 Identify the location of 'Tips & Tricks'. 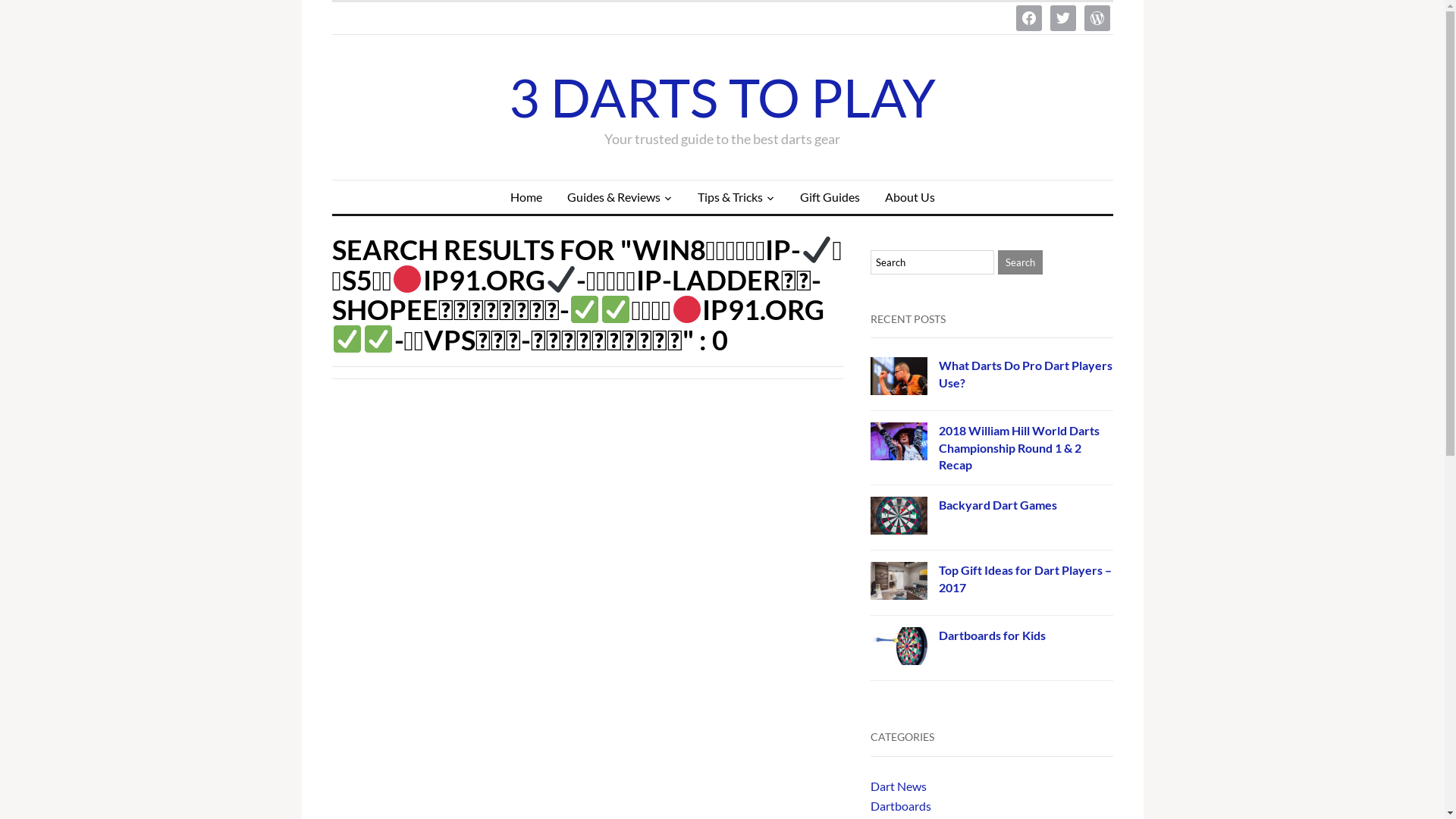
(735, 196).